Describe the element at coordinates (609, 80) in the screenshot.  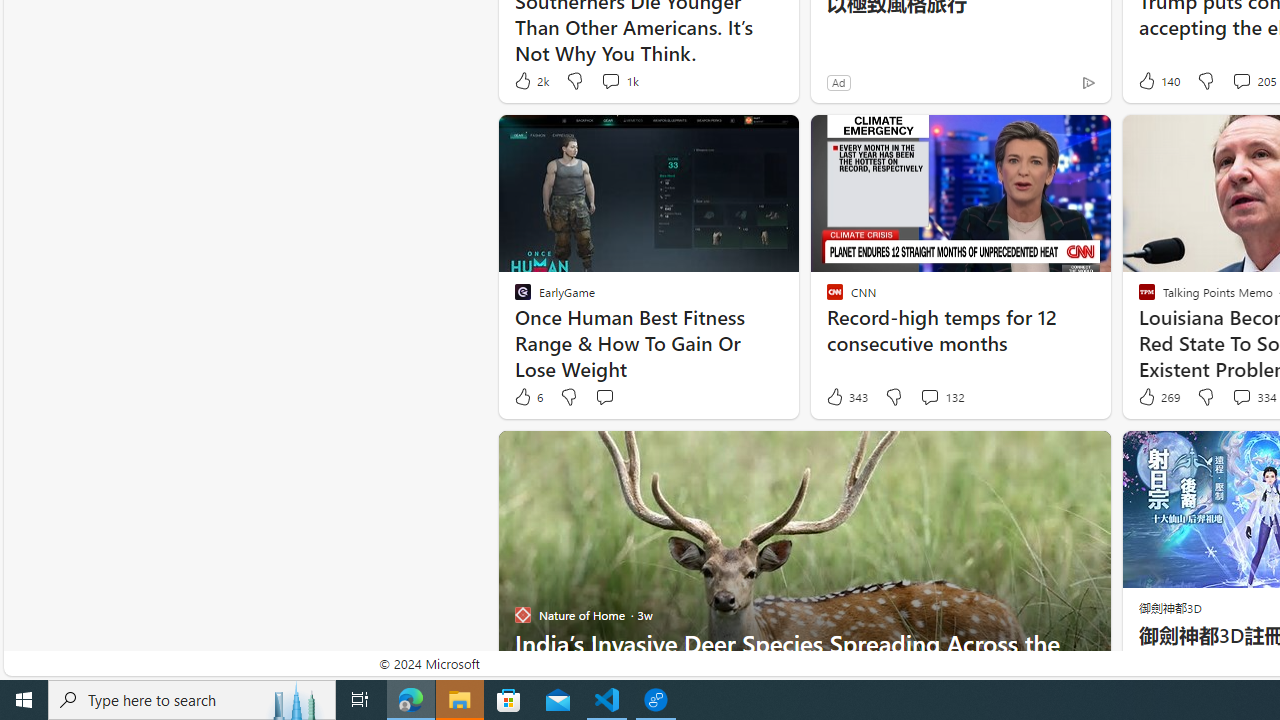
I see `'View comments 1k Comment'` at that location.